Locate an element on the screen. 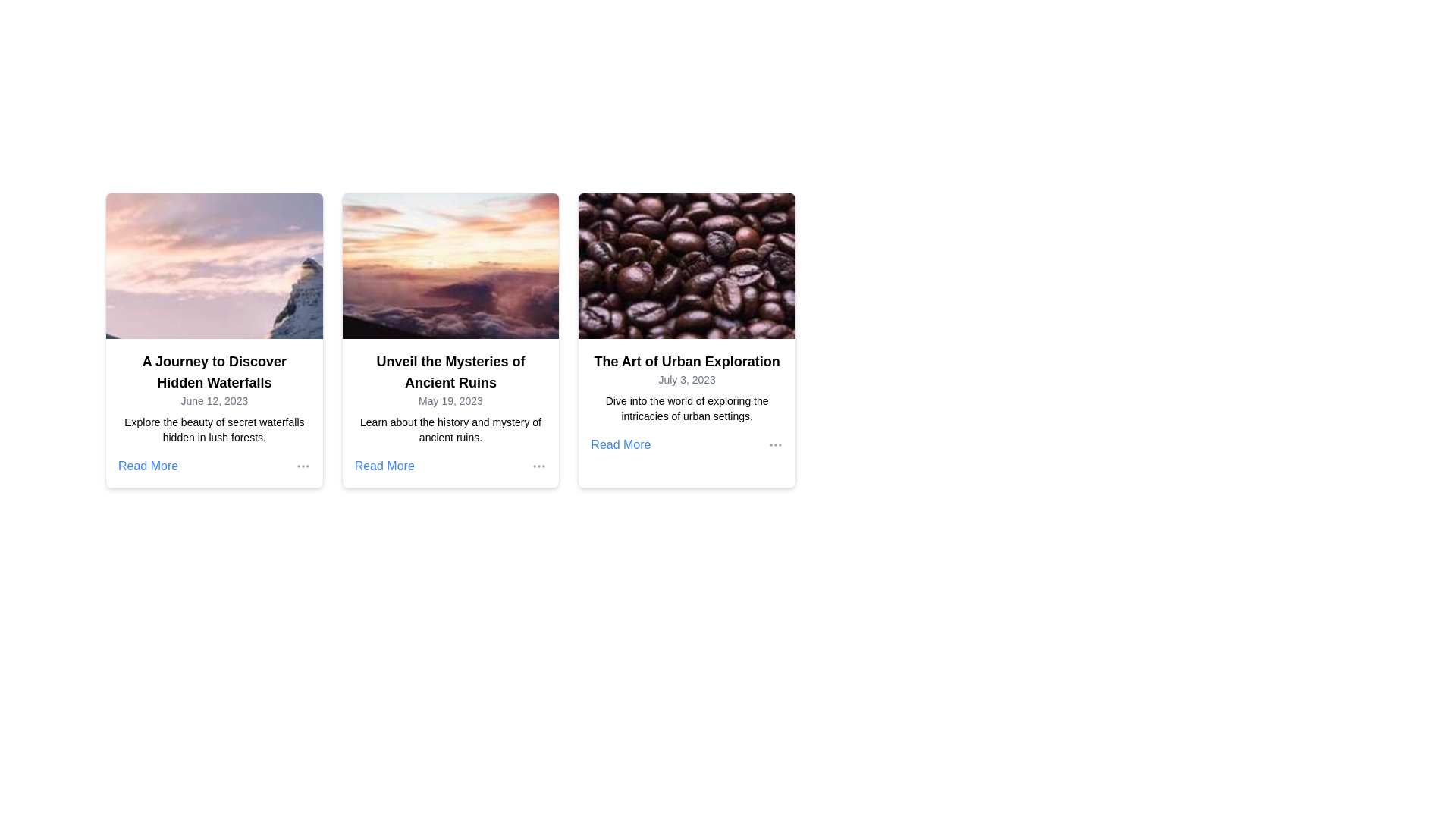 This screenshot has width=1456, height=819. the text label displaying 'June 12, 2023', which is styled in a small, light gray font and is positioned beneath the title of an information card is located at coordinates (213, 400).